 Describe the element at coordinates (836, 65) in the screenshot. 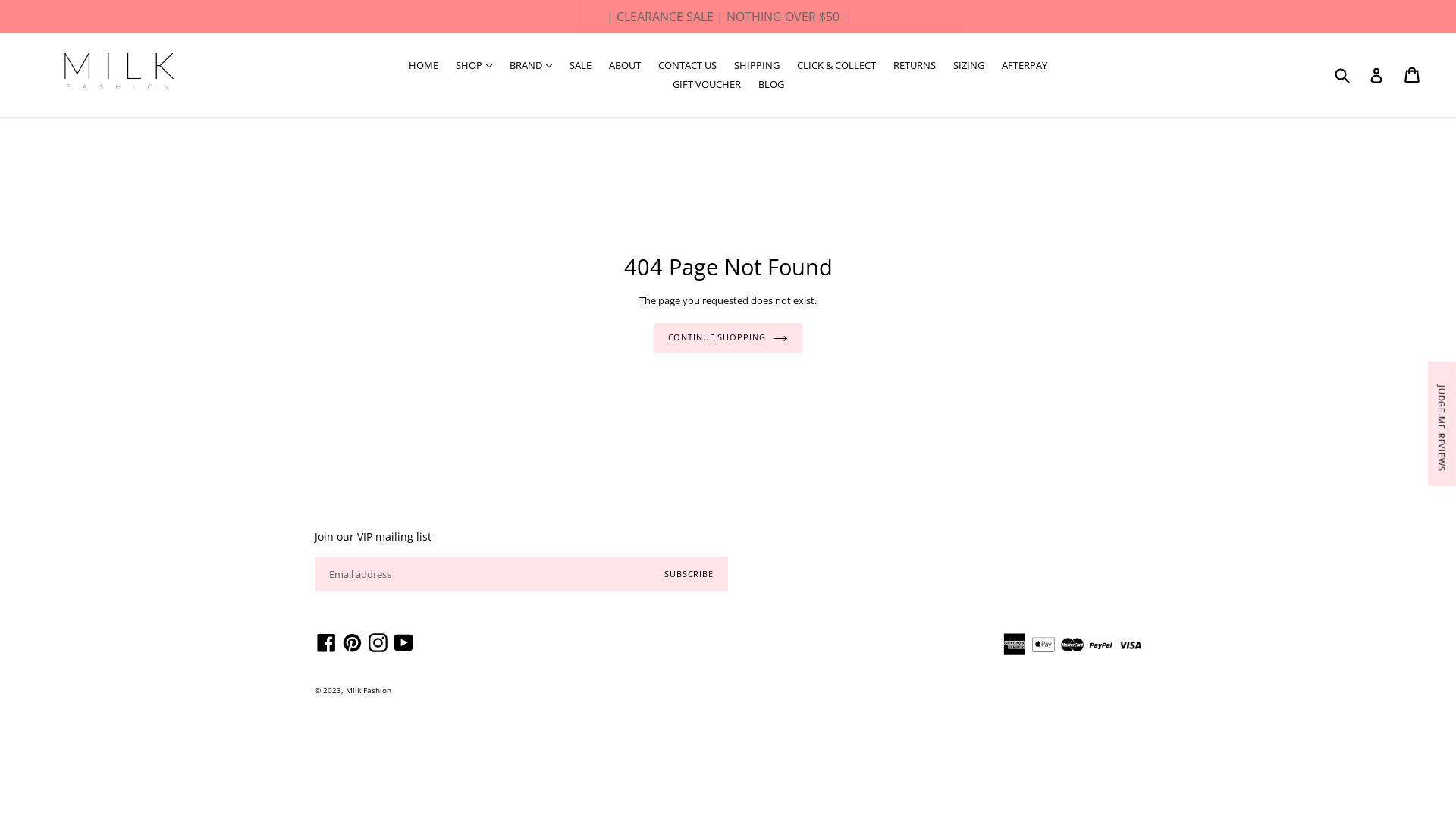

I see `'CLICK & COLLECT'` at that location.